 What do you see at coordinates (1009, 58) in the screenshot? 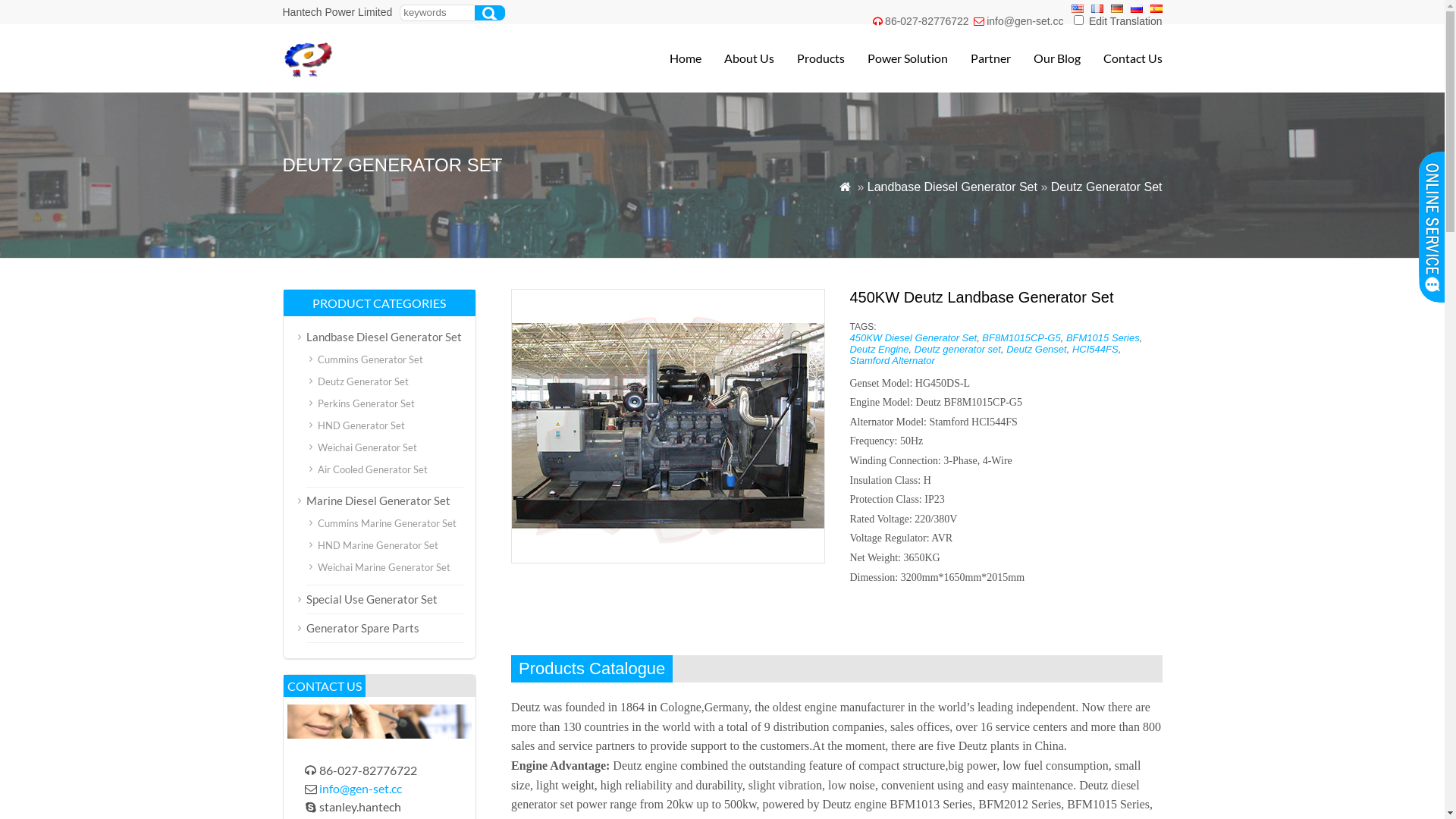
I see `'Our Blog'` at bounding box center [1009, 58].